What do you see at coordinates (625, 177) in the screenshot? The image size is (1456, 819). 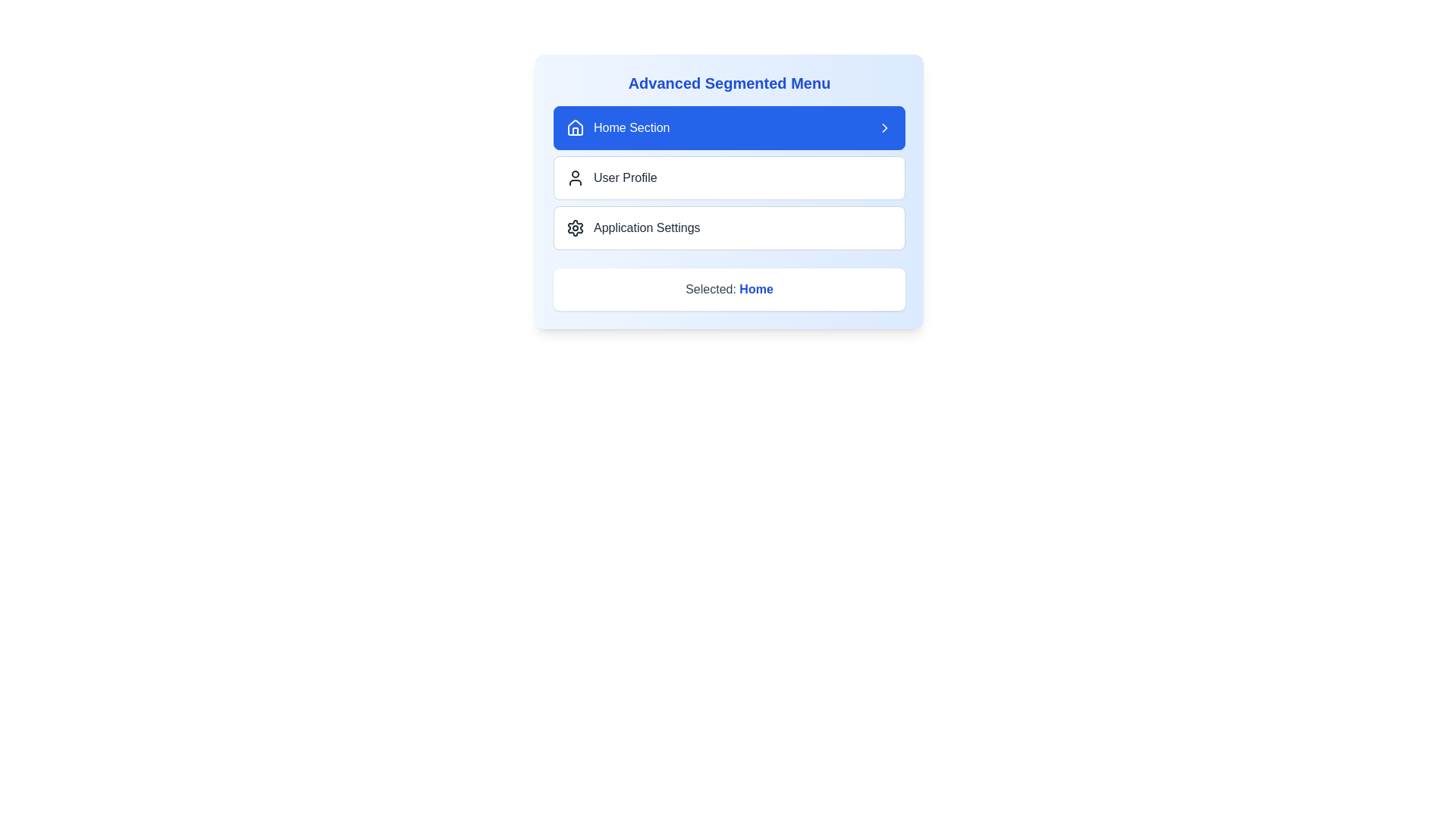 I see `text on the 'User Profile' label located in the second row of the vertical segmented menu, positioned to the right of the user avatar icon` at bounding box center [625, 177].